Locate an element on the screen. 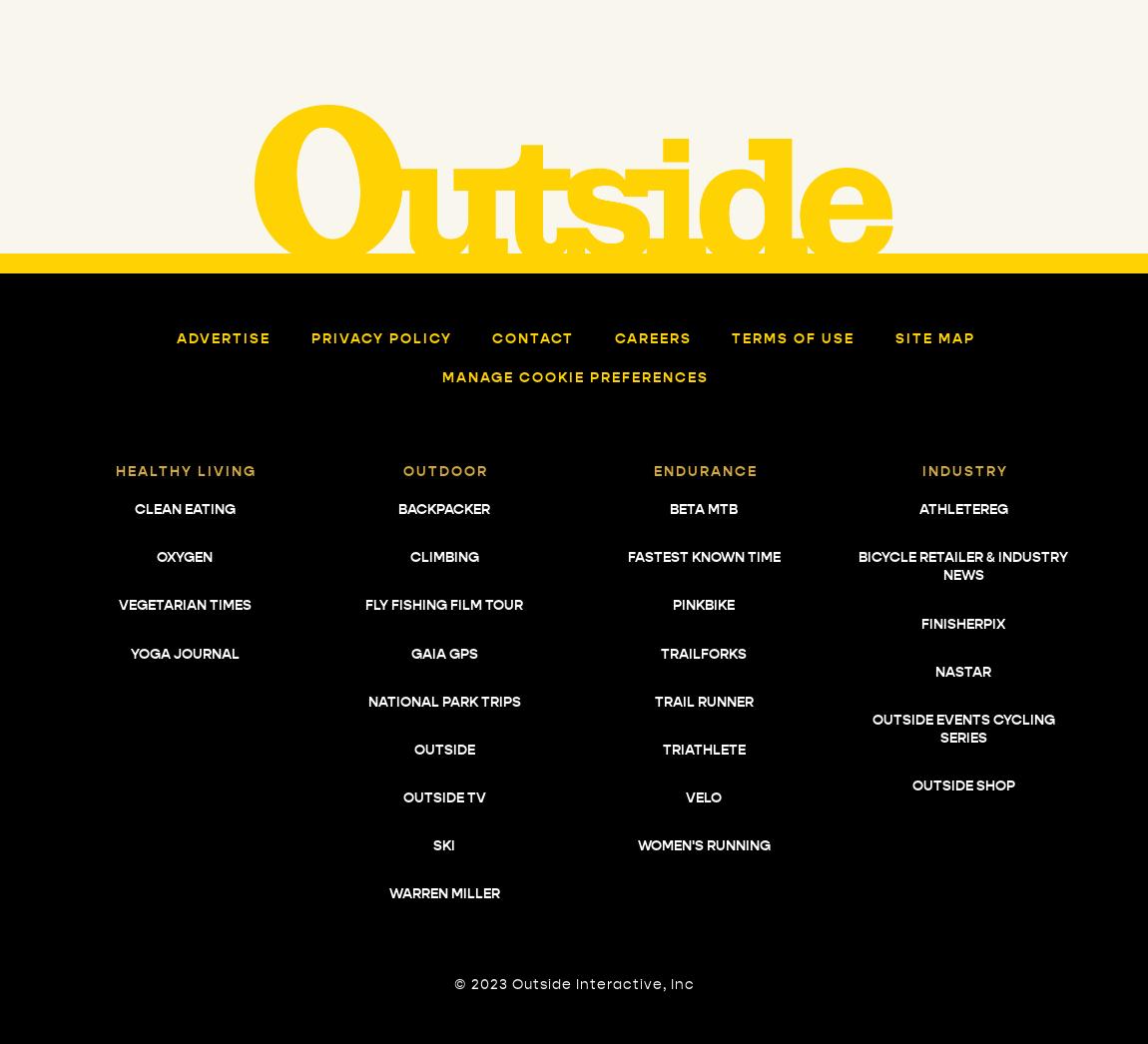 This screenshot has width=1148, height=1044. 'Contact' is located at coordinates (532, 336).